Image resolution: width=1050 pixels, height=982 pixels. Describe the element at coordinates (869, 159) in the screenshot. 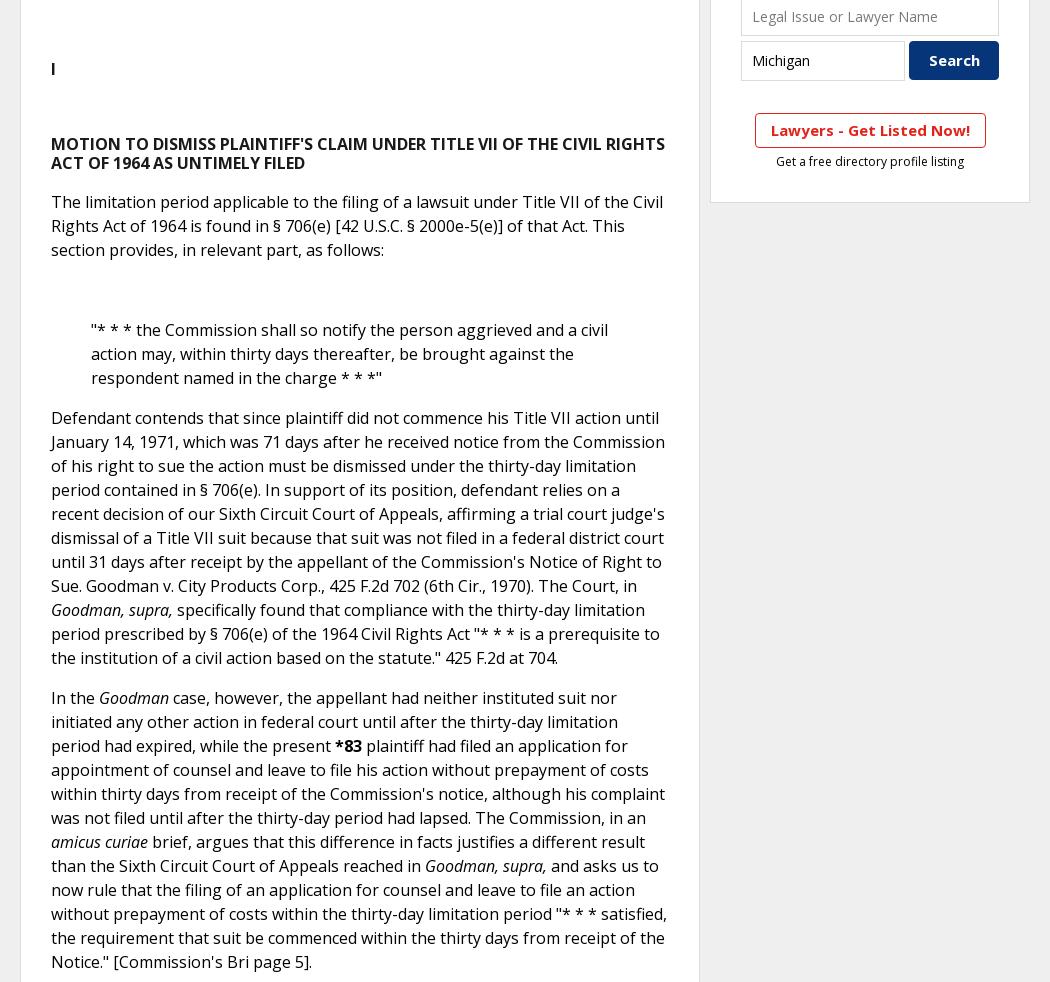

I see `'Get a free directory profile listing'` at that location.